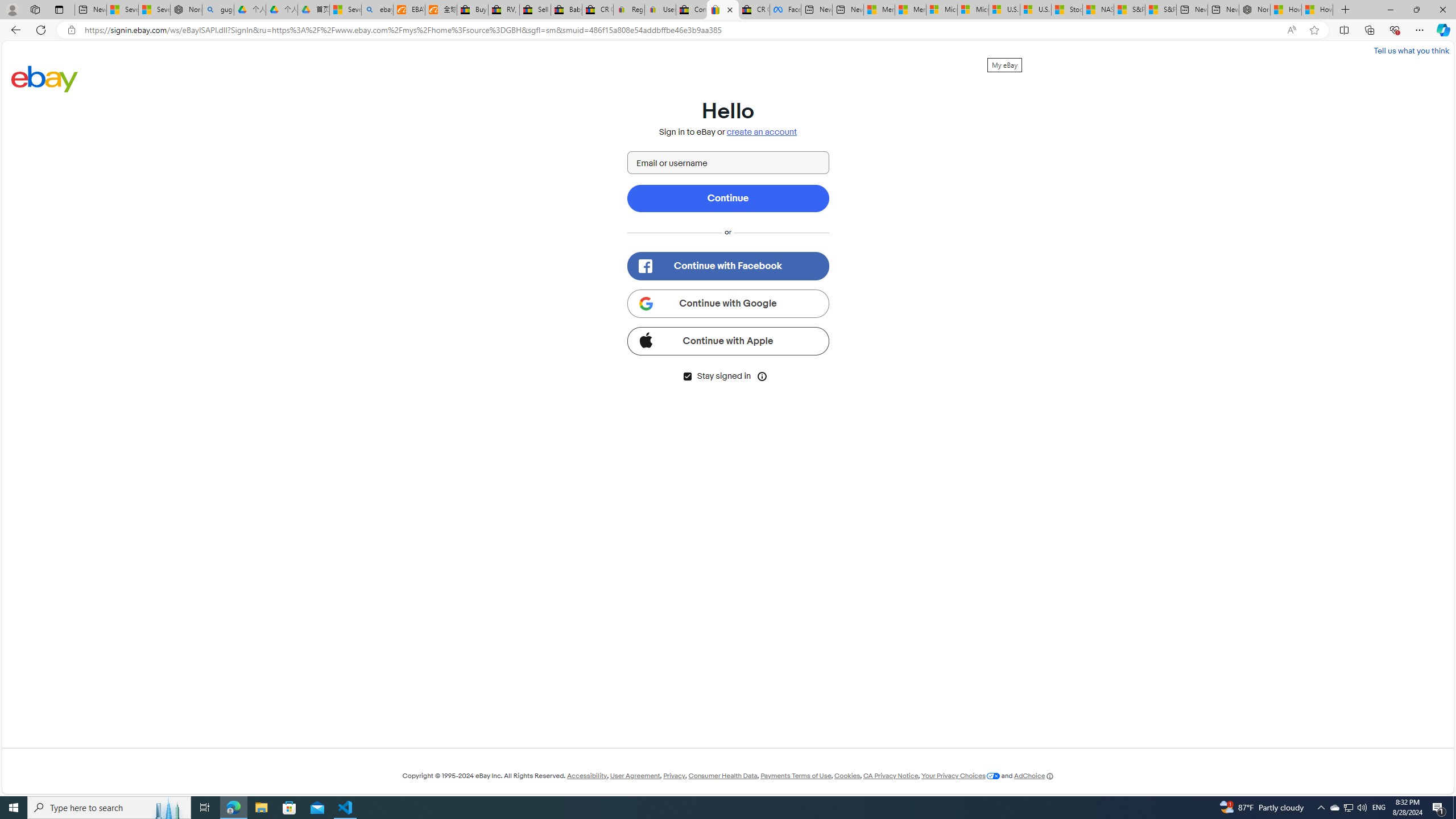  I want to click on 'Stay signed in', so click(686, 375).